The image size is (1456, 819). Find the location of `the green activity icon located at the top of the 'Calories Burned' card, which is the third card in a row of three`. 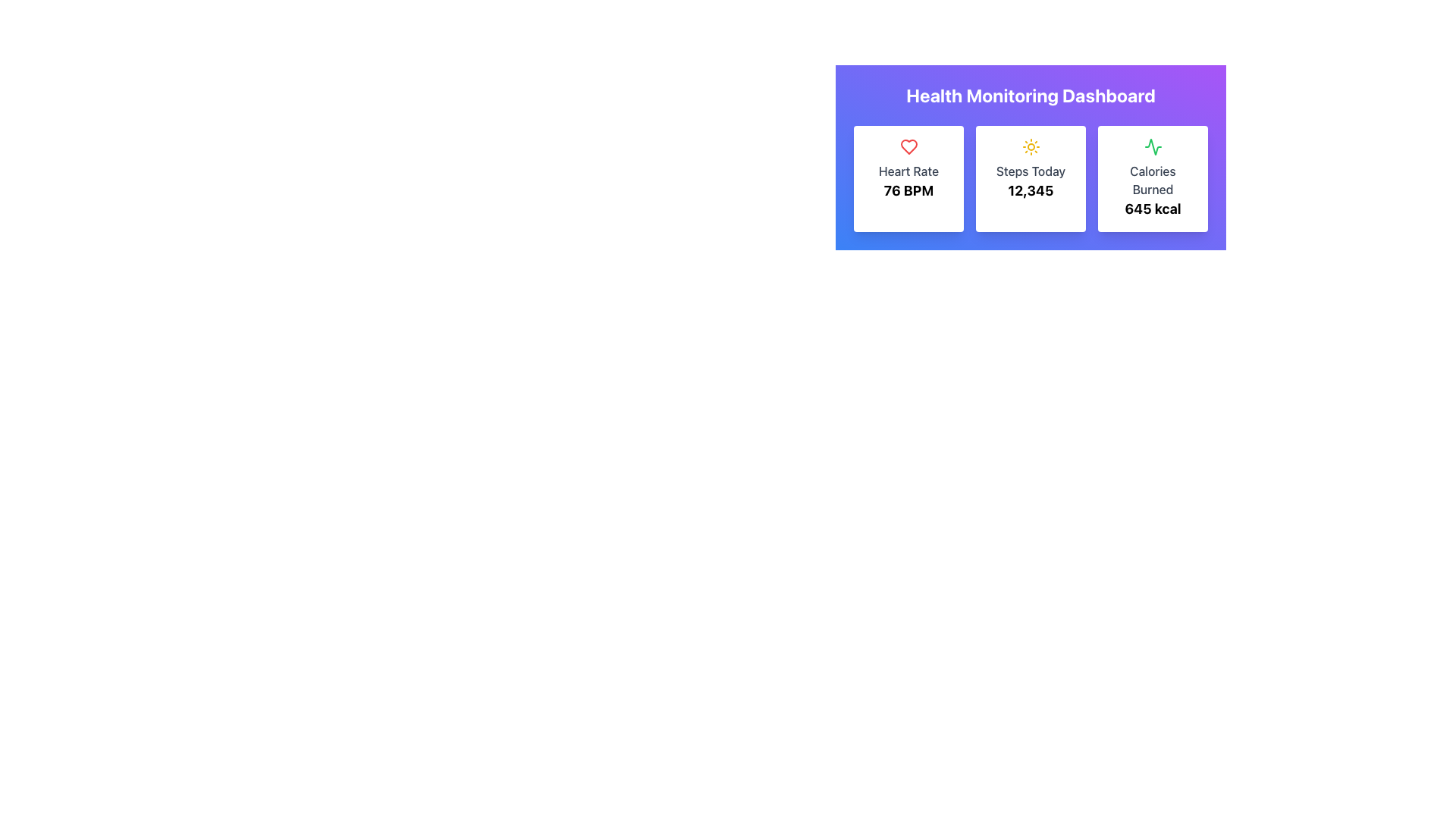

the green activity icon located at the top of the 'Calories Burned' card, which is the third card in a row of three is located at coordinates (1153, 146).